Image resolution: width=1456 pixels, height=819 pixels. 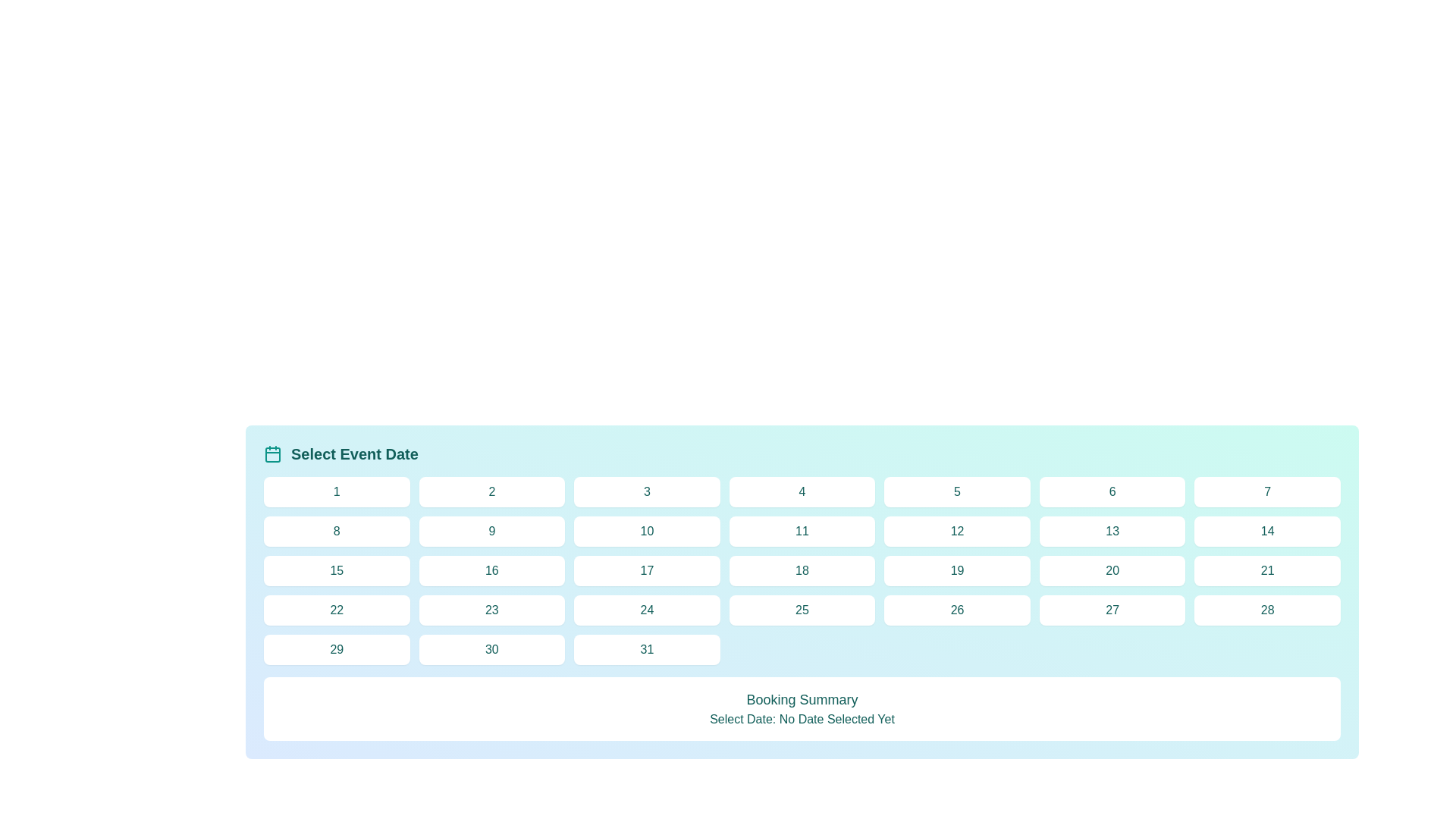 I want to click on the text label that displays 'Select Date: No Date Selected Yet' in teal font, located beneath the 'Booking Summary' header, so click(x=801, y=718).